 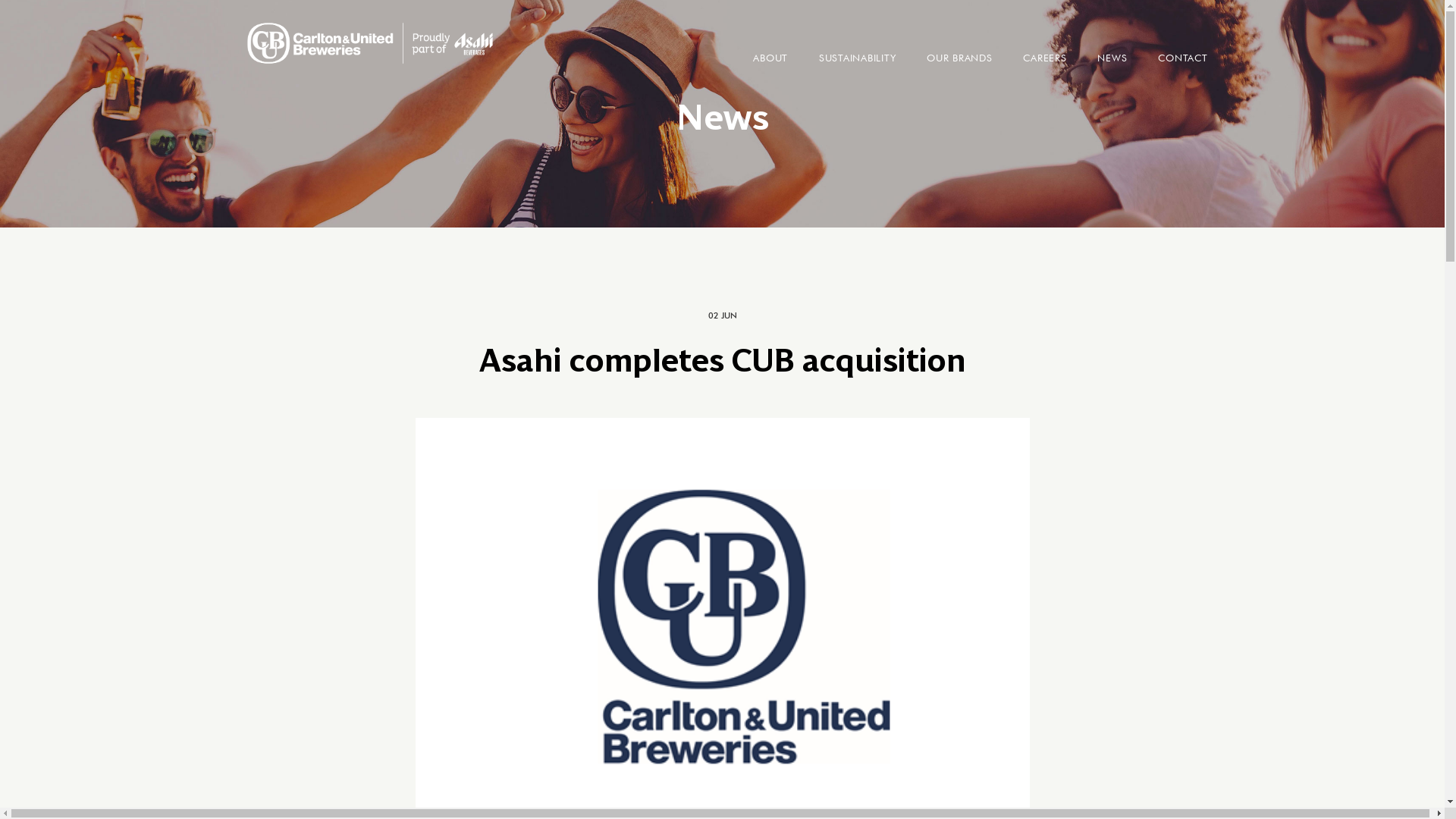 What do you see at coordinates (479, 359) in the screenshot?
I see `'Asahi completes CUB acquisition'` at bounding box center [479, 359].